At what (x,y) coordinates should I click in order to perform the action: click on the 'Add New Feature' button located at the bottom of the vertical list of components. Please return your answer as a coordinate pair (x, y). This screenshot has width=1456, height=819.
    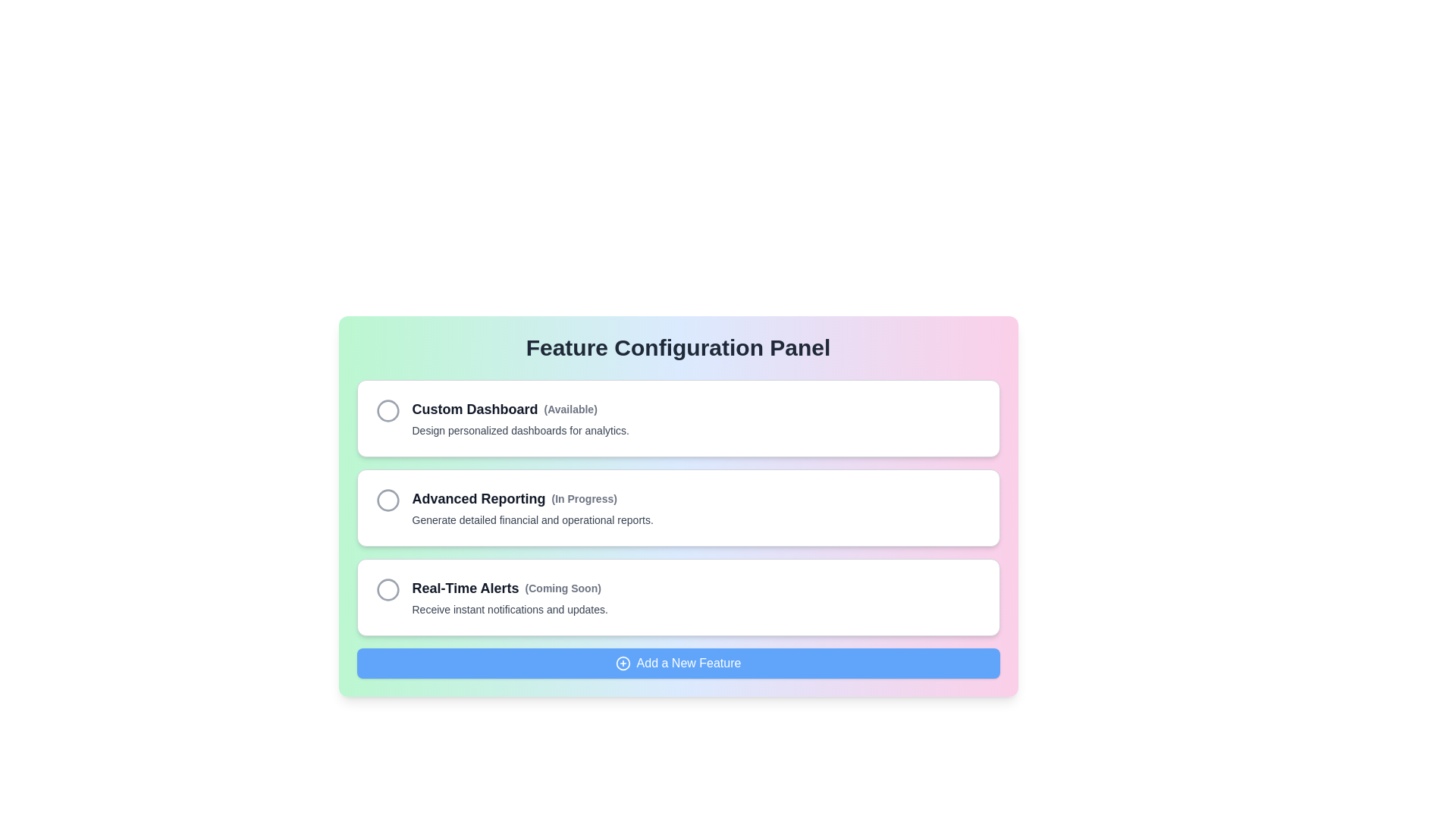
    Looking at the image, I should click on (677, 663).